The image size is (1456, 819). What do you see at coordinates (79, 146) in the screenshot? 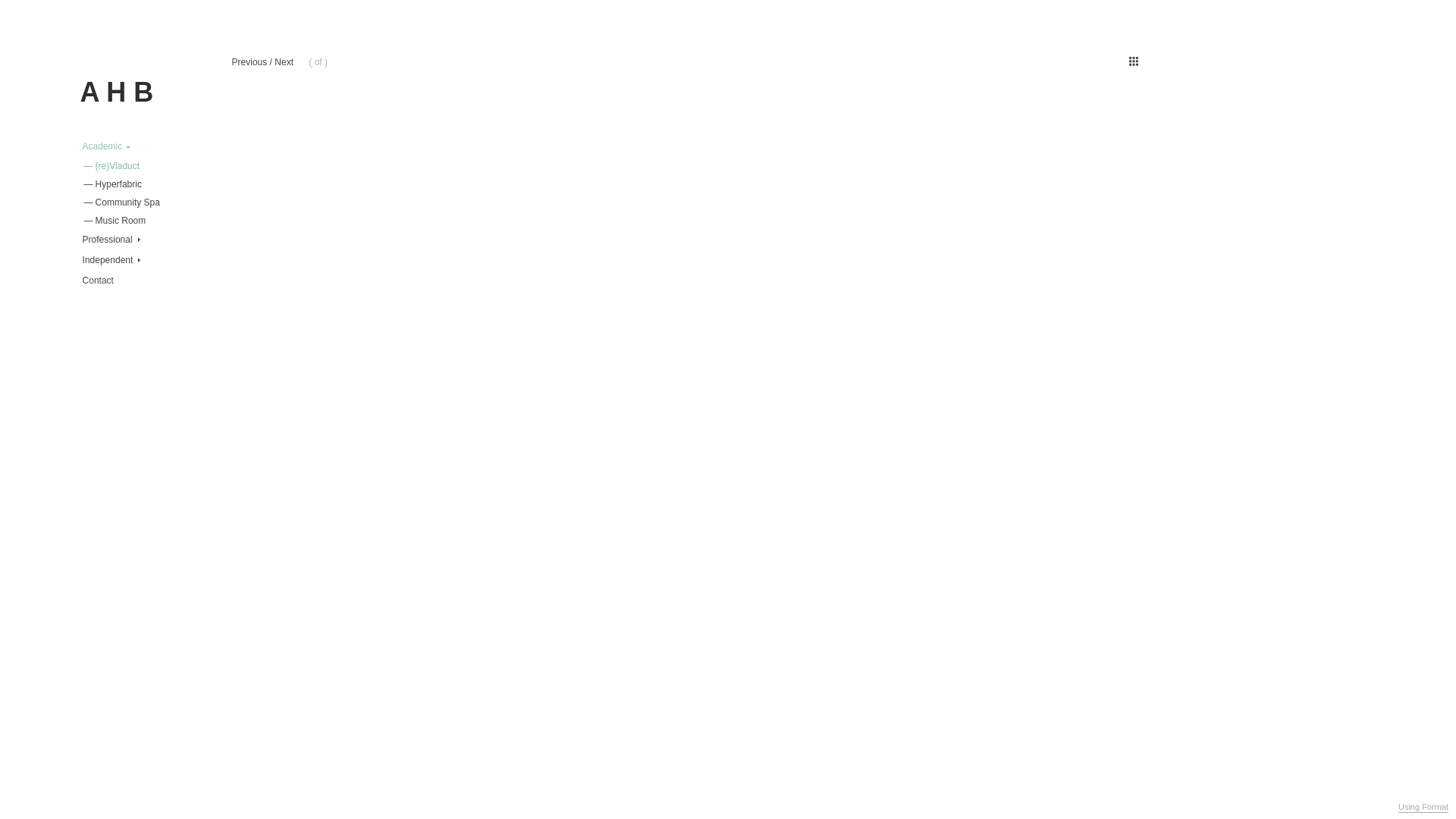
I see `'Academic'` at bounding box center [79, 146].